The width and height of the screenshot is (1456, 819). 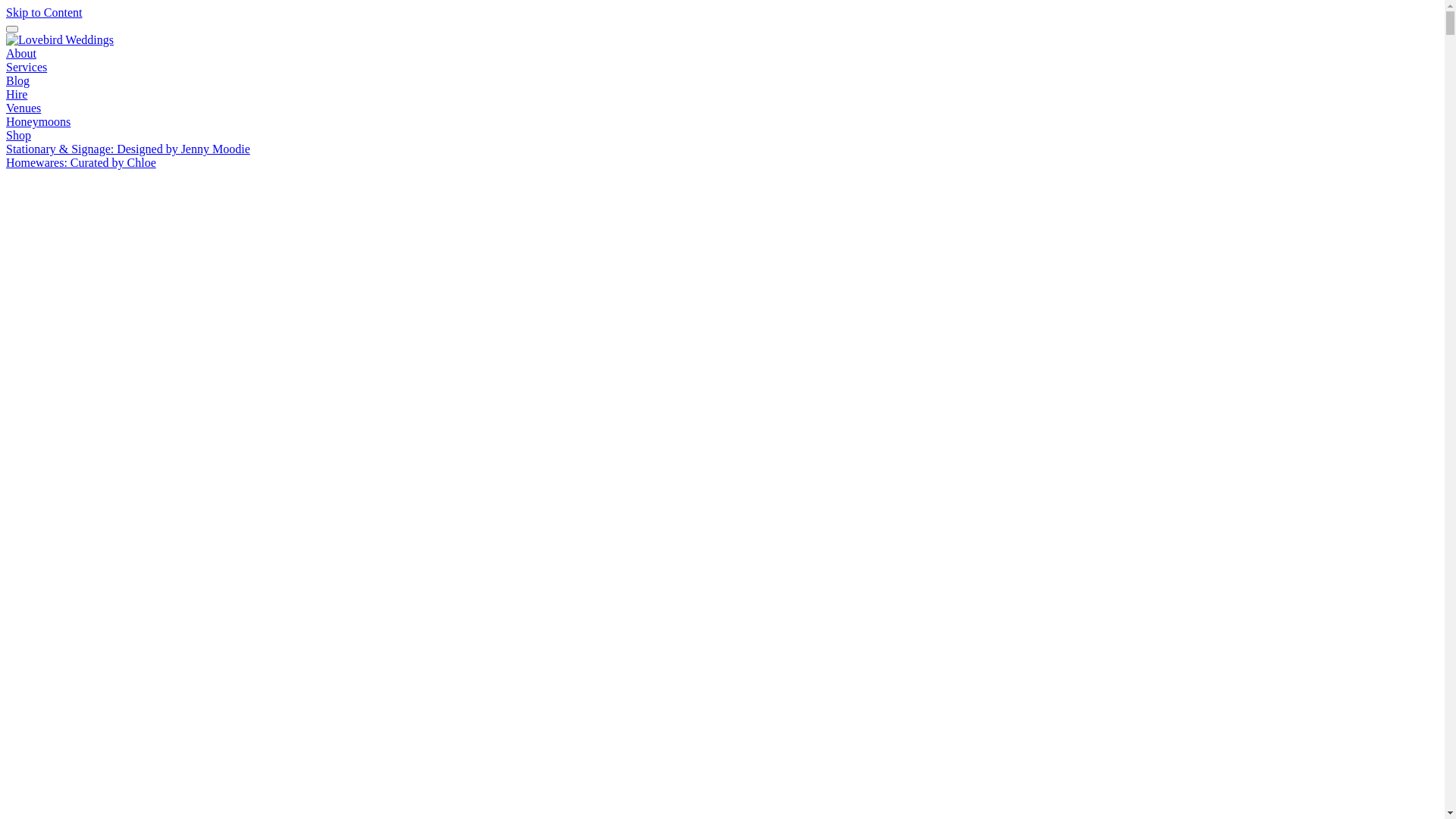 What do you see at coordinates (80, 162) in the screenshot?
I see `'Homewares: Curated by Chloe'` at bounding box center [80, 162].